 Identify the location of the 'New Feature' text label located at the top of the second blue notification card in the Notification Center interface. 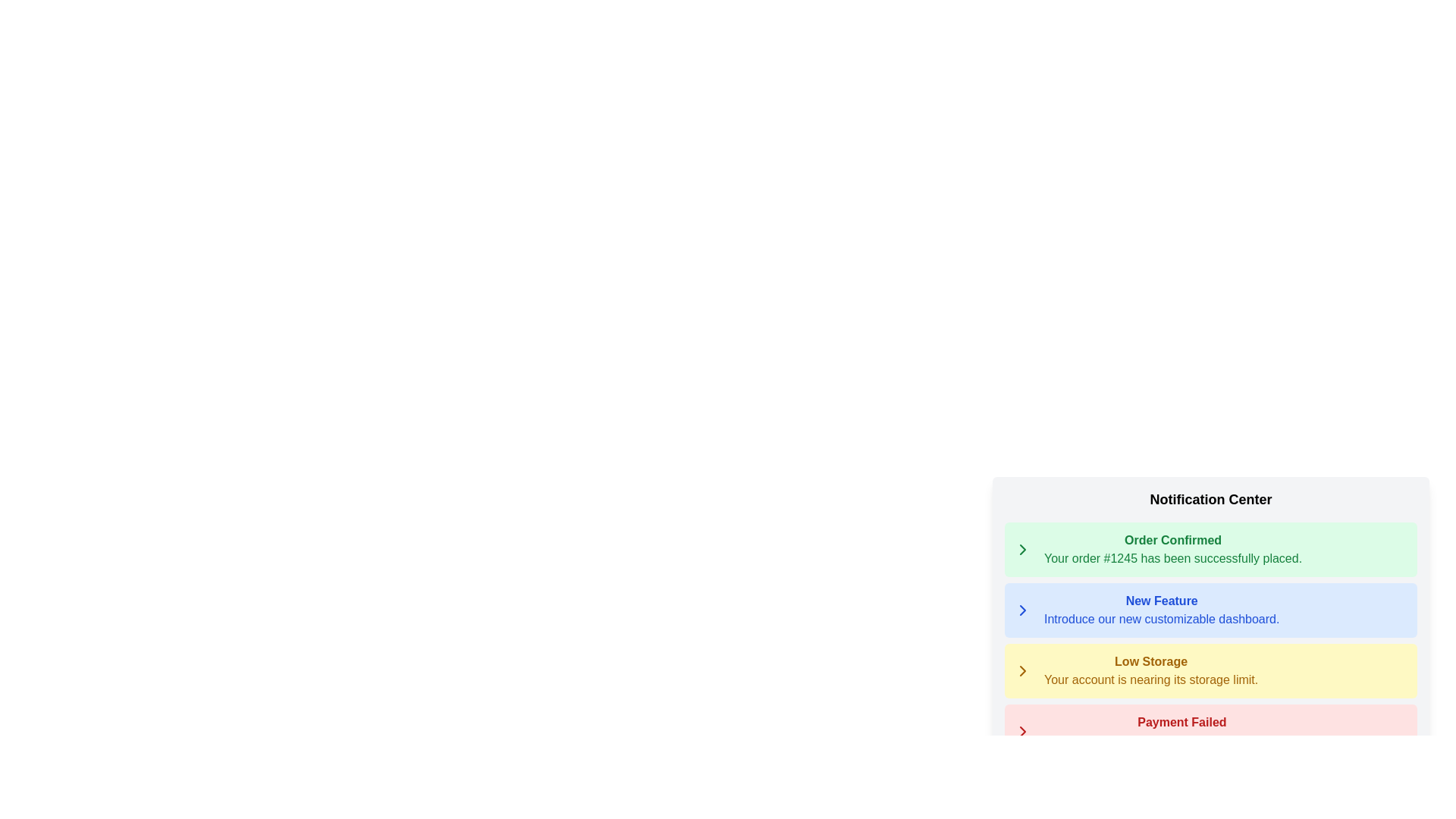
(1161, 601).